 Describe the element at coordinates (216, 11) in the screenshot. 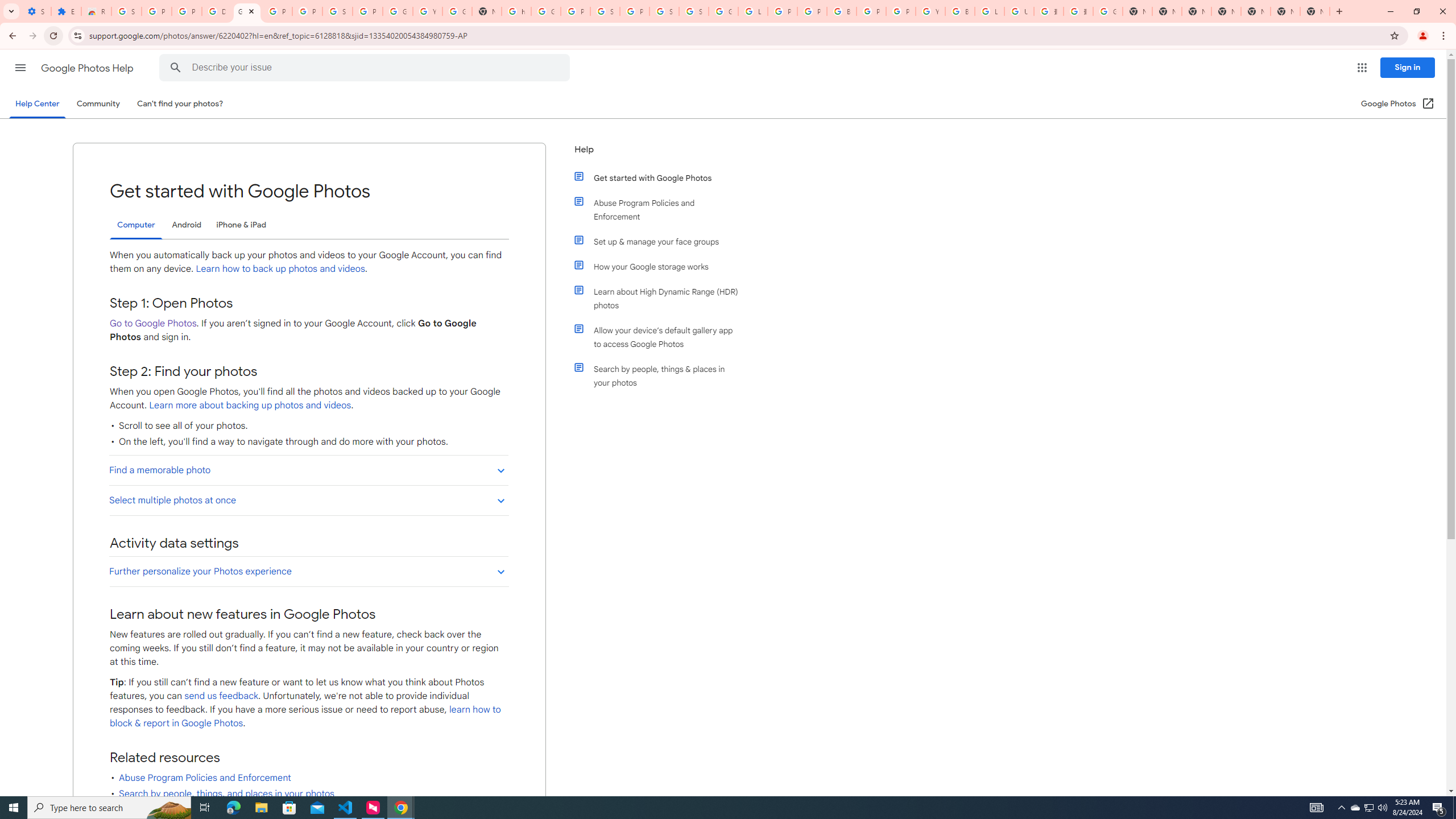

I see `'Delete photos & videos - Computer - Google Photos Help'` at that location.